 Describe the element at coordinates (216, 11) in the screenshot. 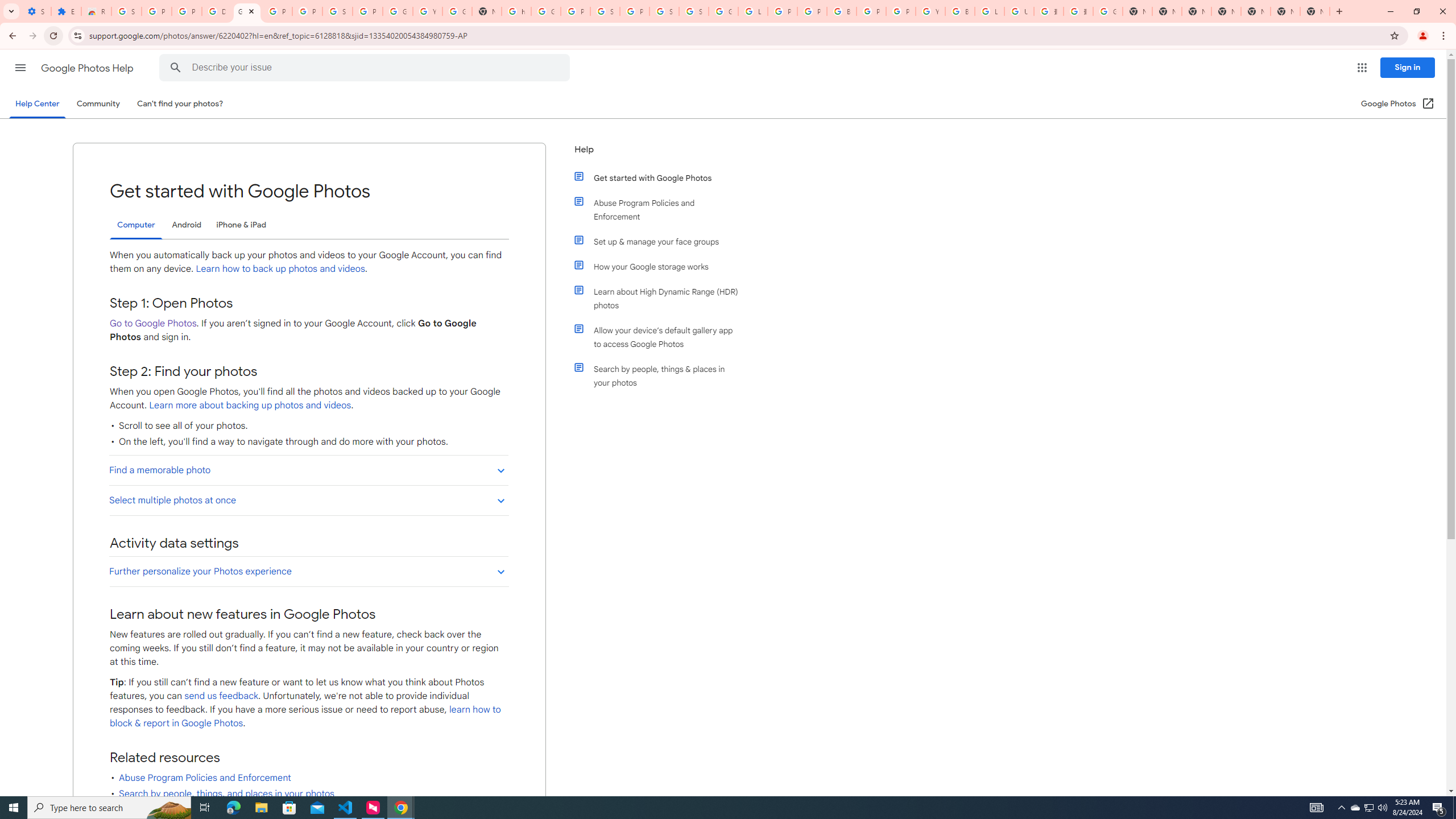

I see `'Delete photos & videos - Computer - Google Photos Help'` at that location.